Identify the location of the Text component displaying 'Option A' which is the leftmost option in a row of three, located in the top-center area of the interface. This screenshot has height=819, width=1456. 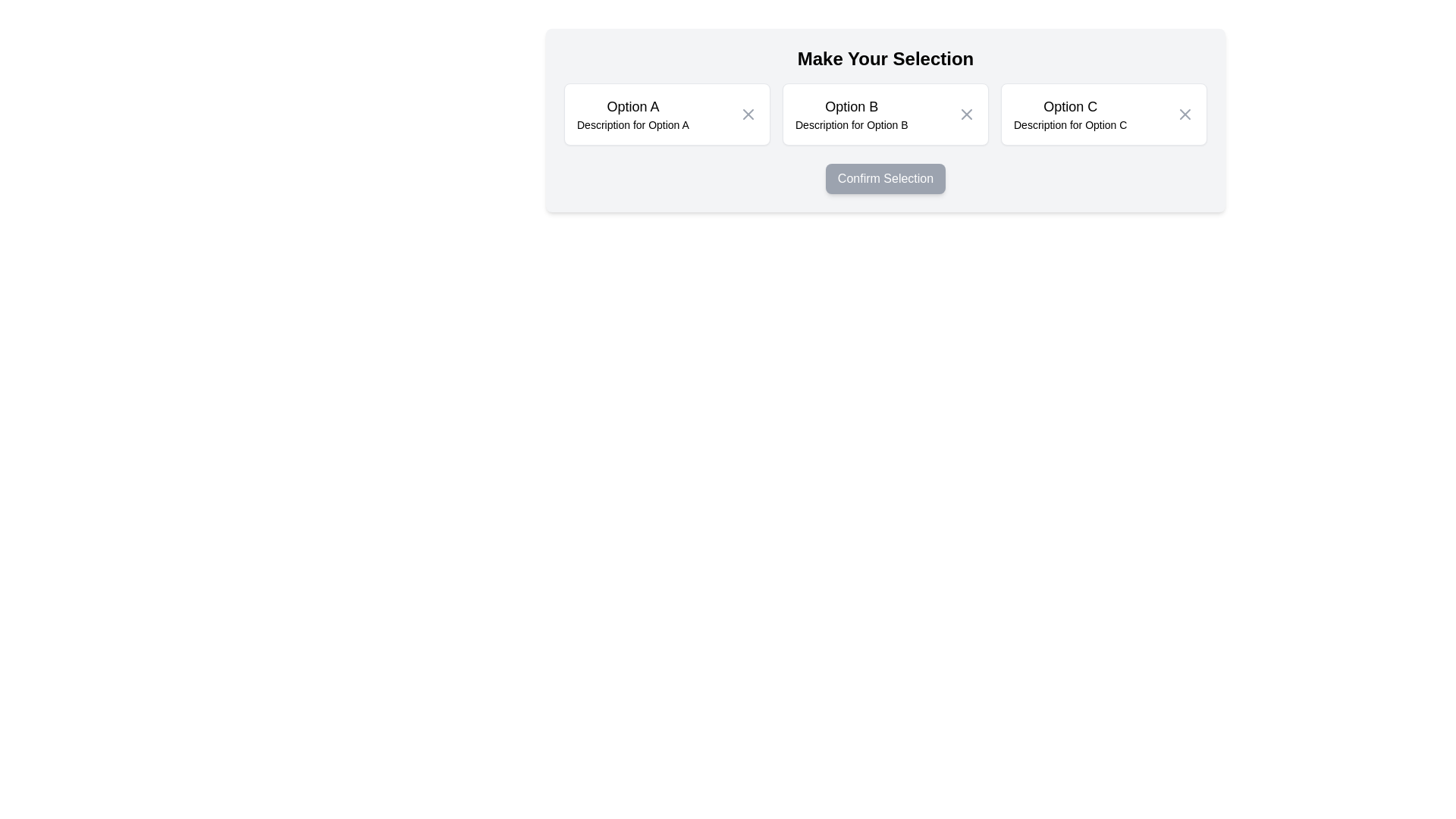
(633, 113).